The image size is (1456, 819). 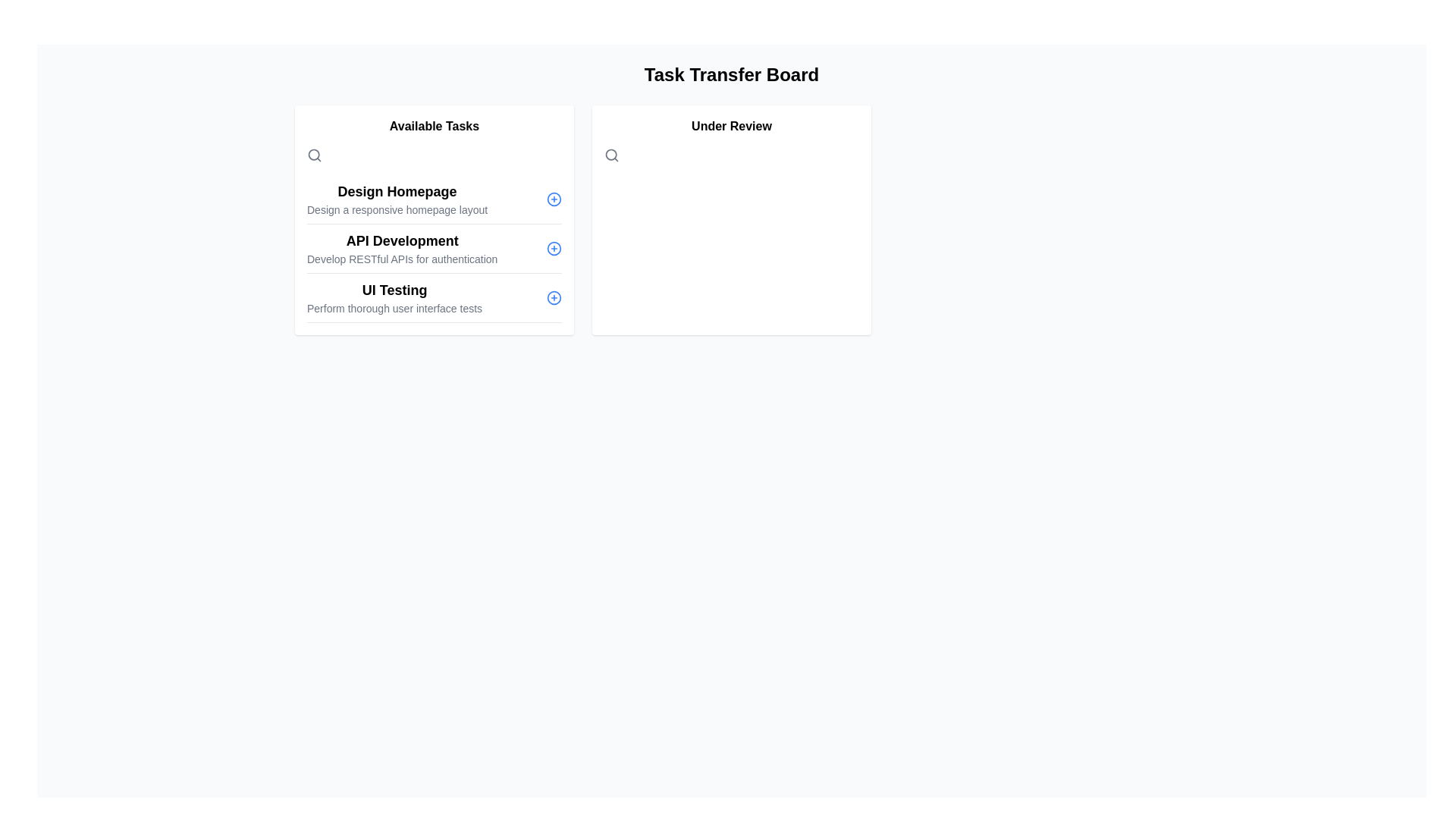 What do you see at coordinates (402, 259) in the screenshot?
I see `the text label that provides additional information about the task titled 'API Development', located in the 'Available Tasks' section, directly below the header 'API Development'` at bounding box center [402, 259].